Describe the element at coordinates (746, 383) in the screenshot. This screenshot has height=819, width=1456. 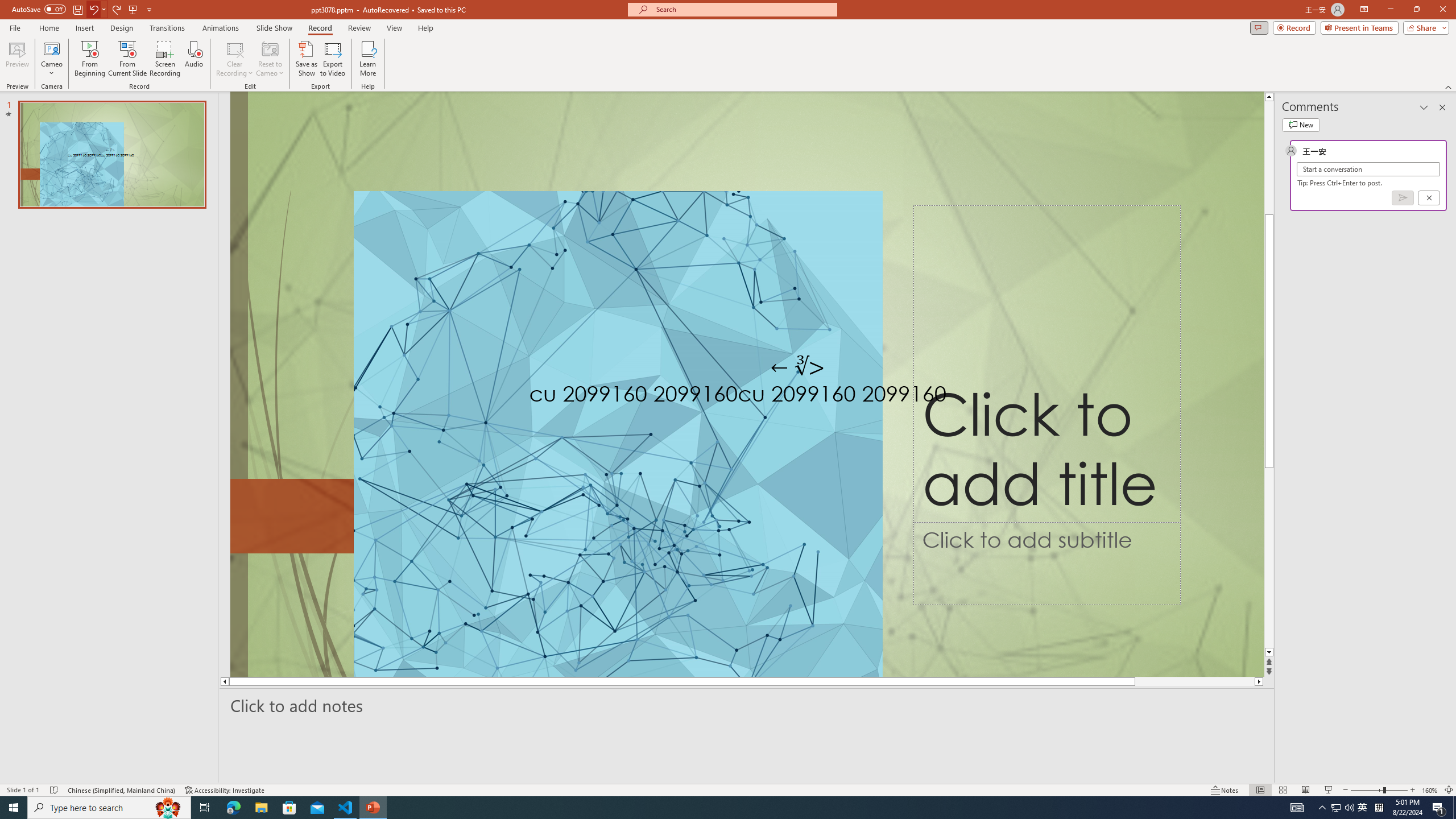
I see `'An abstract genetic concept'` at that location.